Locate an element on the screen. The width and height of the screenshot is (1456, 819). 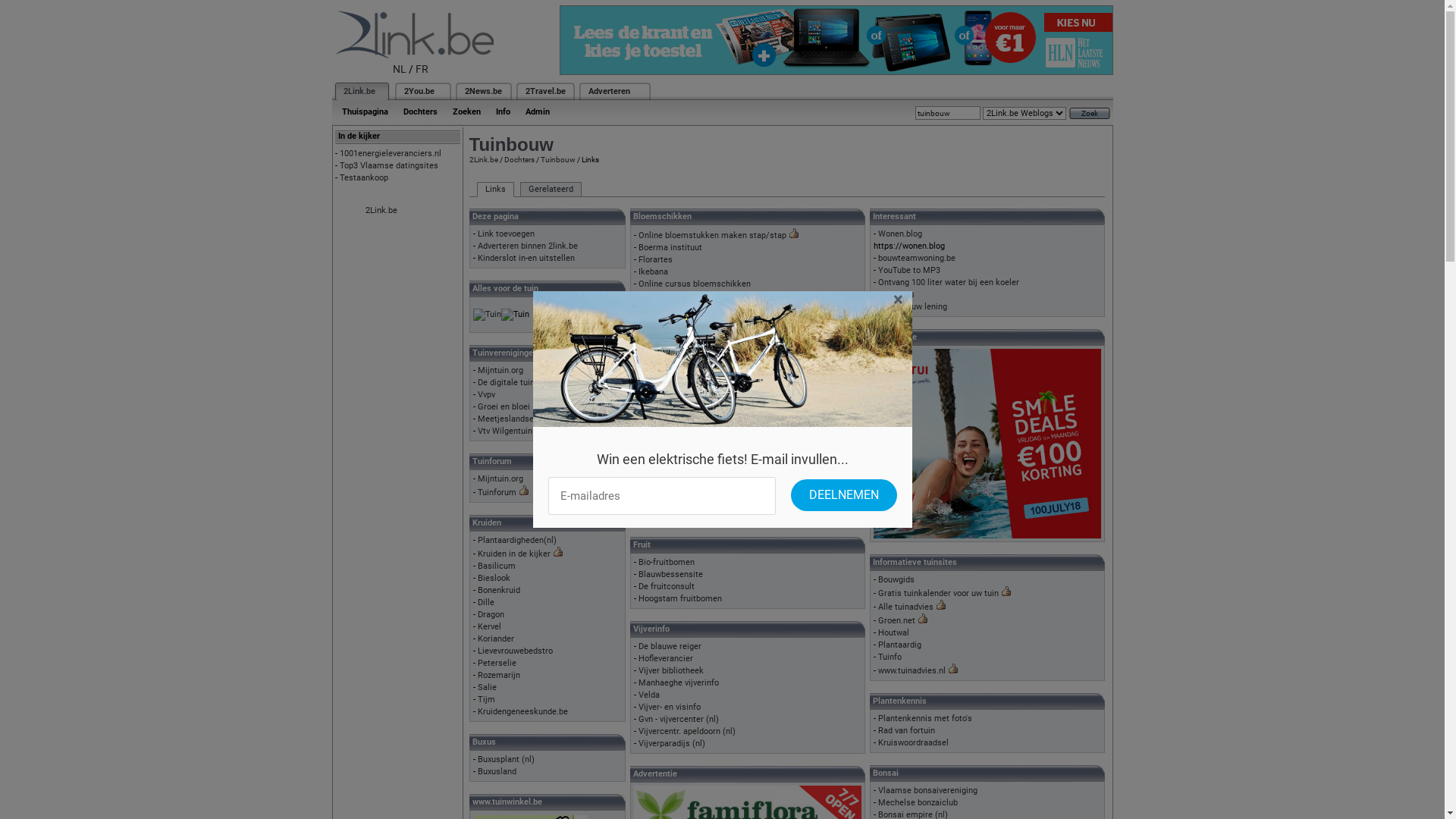
'Tuinfo' is located at coordinates (890, 656).